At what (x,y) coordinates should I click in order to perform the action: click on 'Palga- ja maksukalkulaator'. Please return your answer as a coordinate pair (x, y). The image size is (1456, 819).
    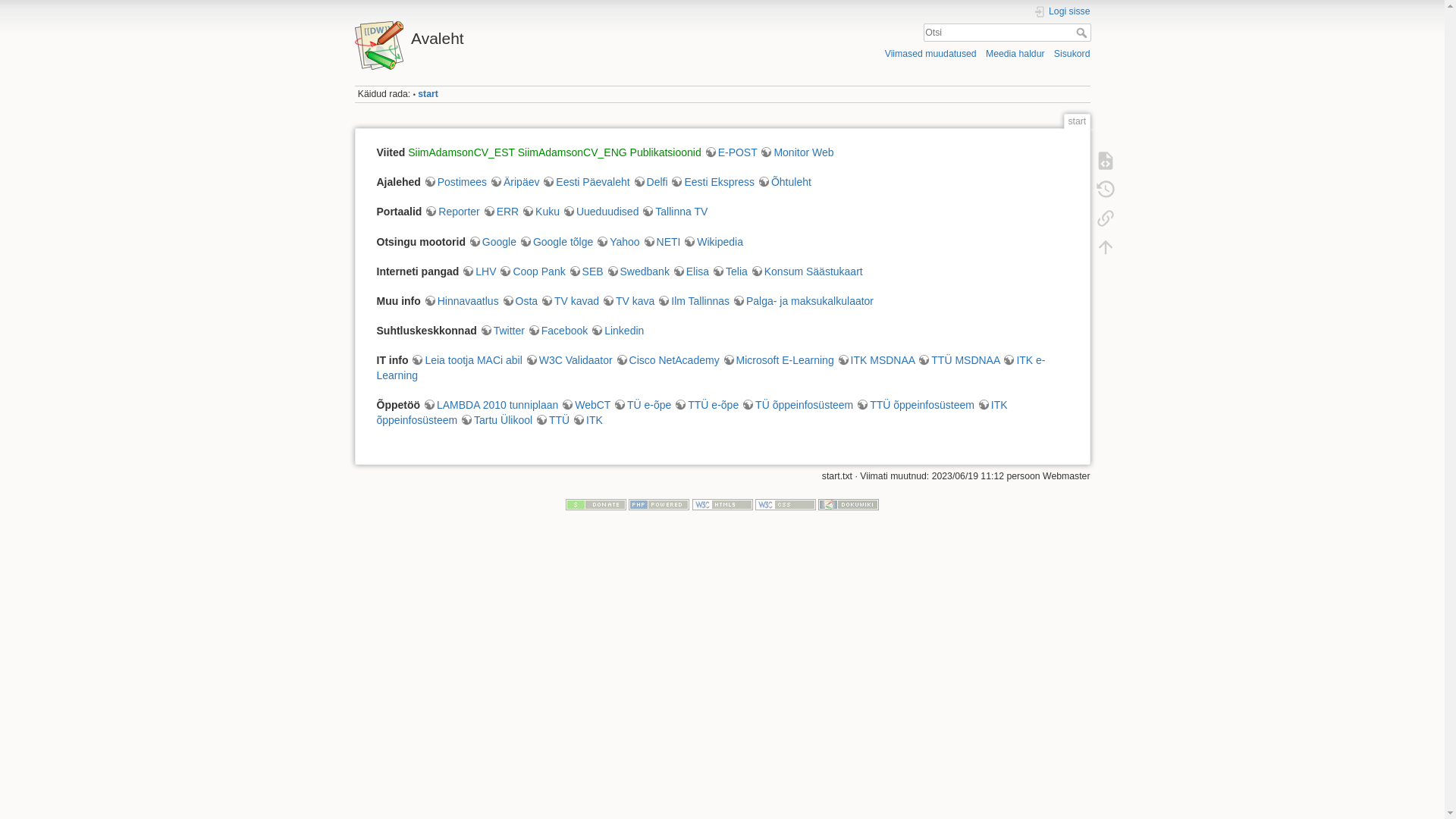
    Looking at the image, I should click on (802, 301).